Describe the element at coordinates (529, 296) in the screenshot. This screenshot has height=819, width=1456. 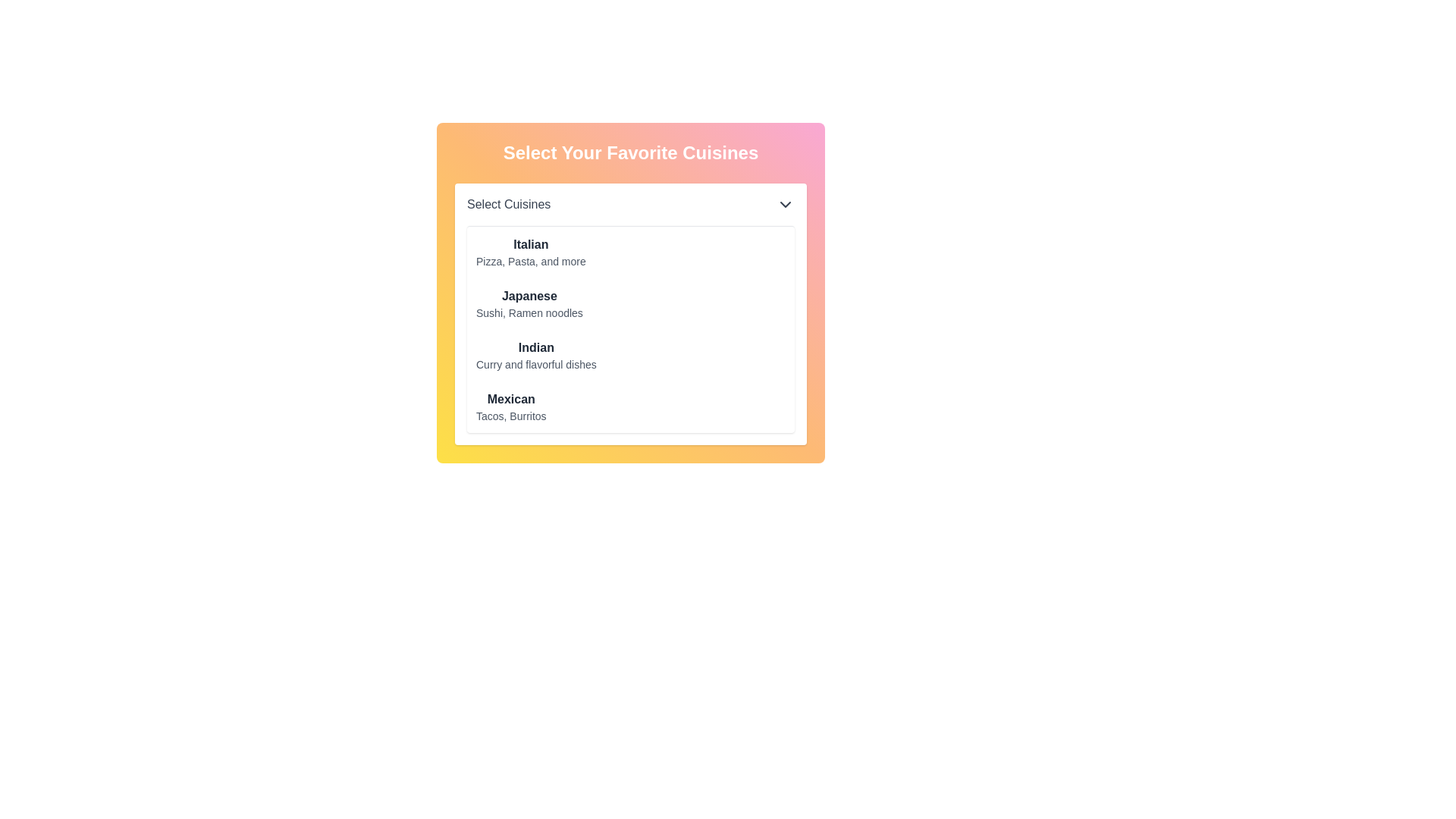
I see `text of the Label element displaying 'Japanese', which is bold and grayish-black, located under the heading 'Select Cuisines'` at that location.